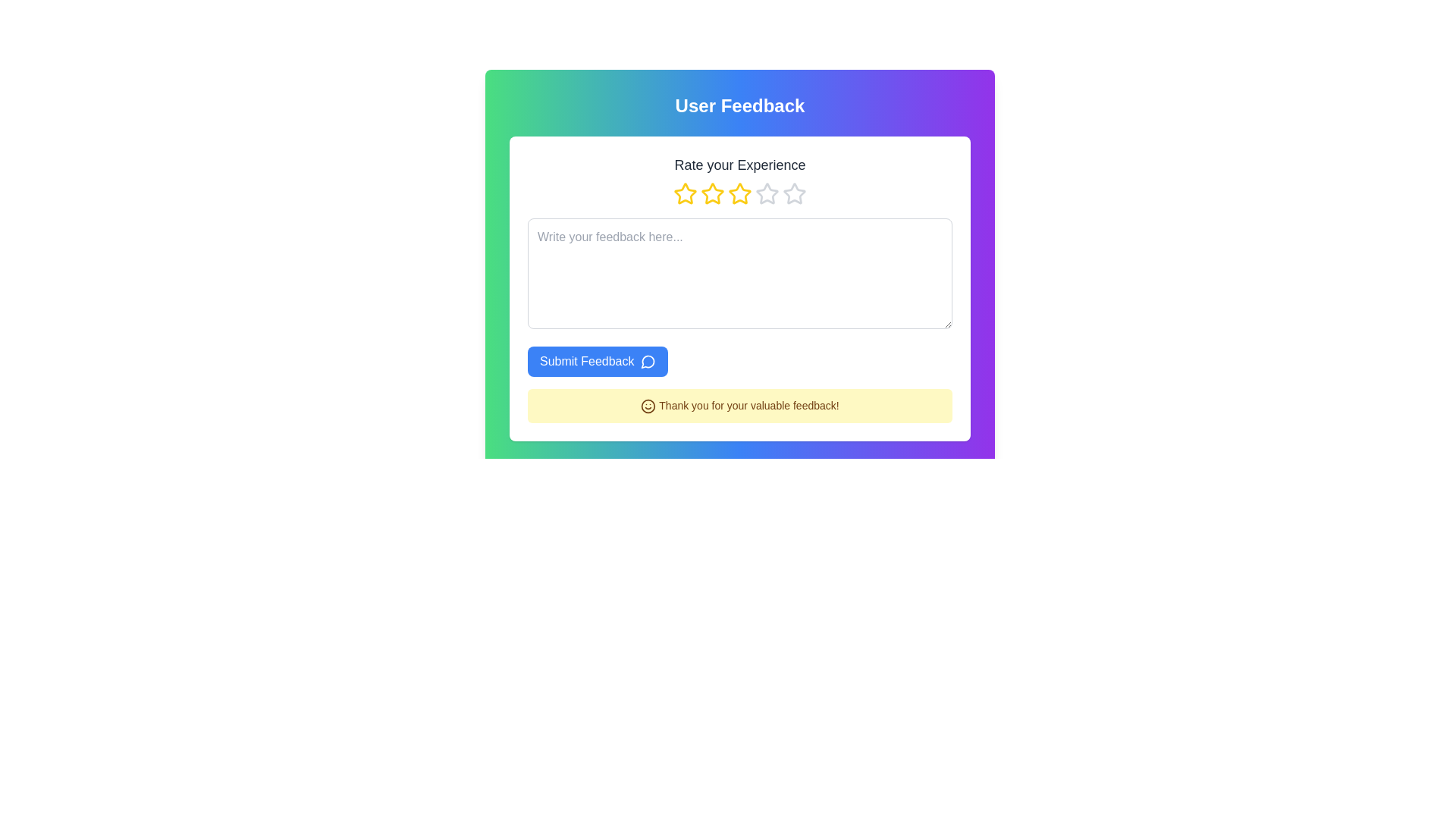  I want to click on the center star in the 'Rate your Experience' section, so click(739, 193).